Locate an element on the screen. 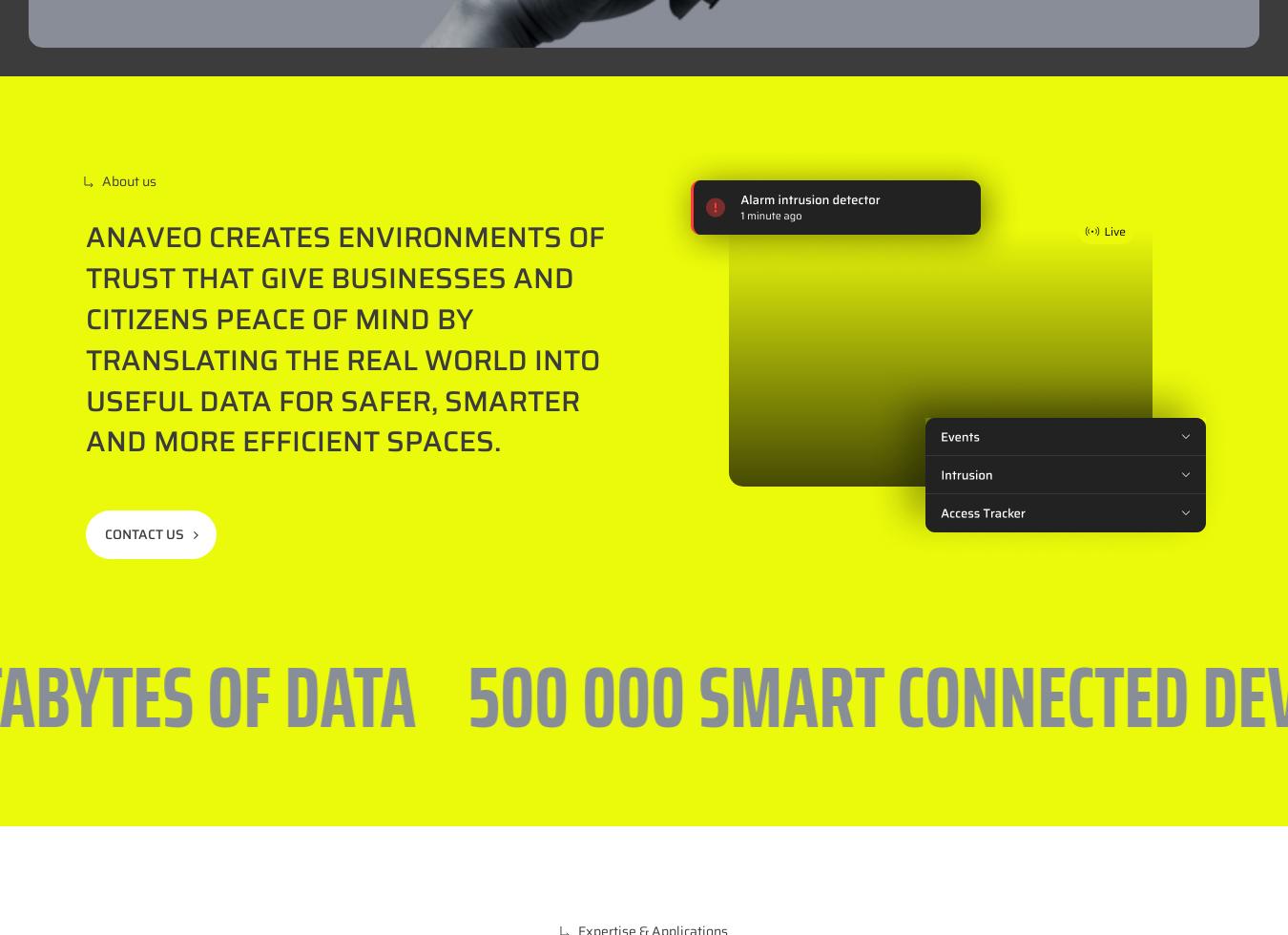 Image resolution: width=1288 pixels, height=935 pixels. 'CS69317 – 69544 Champagne au mont d’or CEDEX' is located at coordinates (859, 717).